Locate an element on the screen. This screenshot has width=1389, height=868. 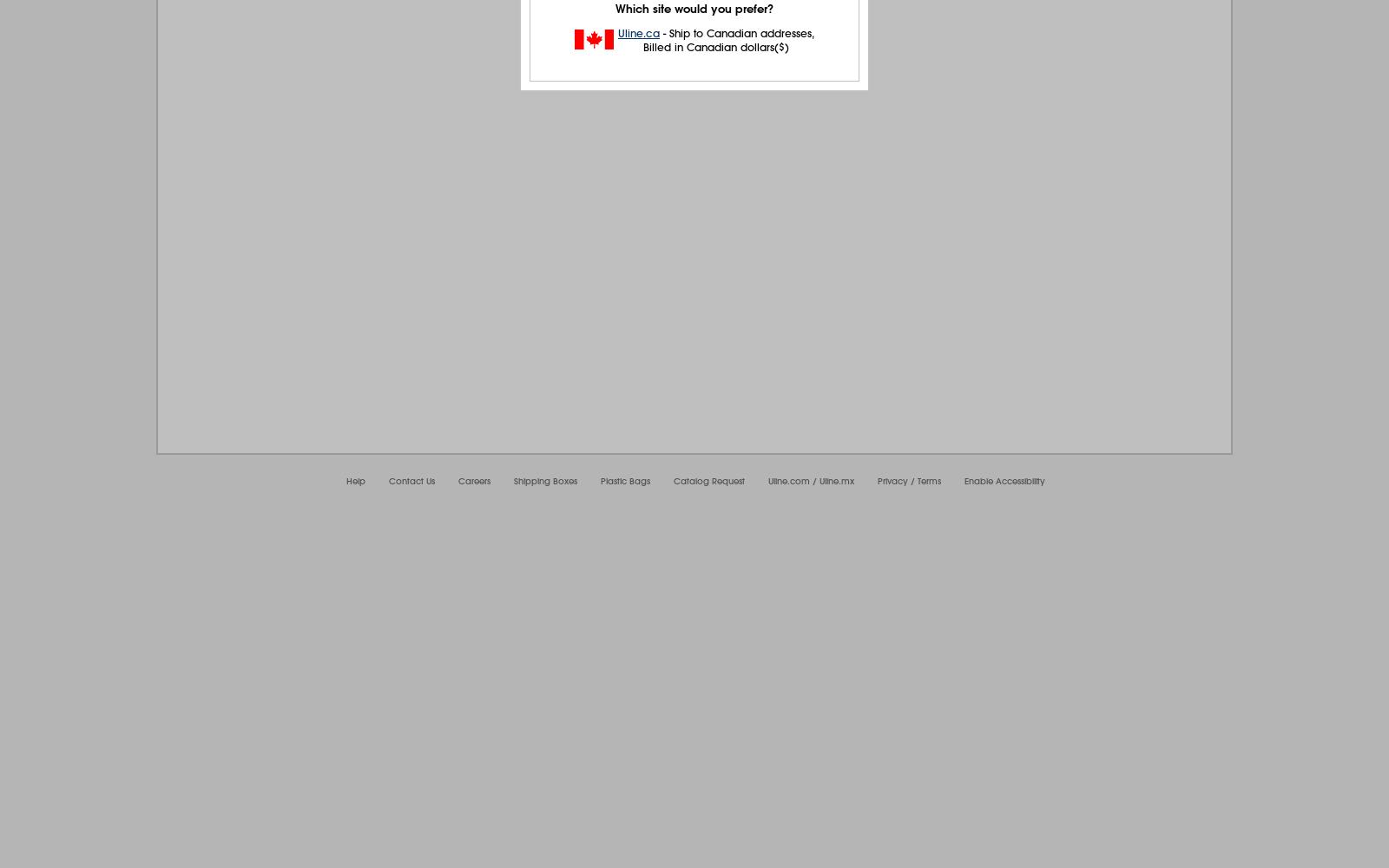
'Plastic Bags' is located at coordinates (625, 481).